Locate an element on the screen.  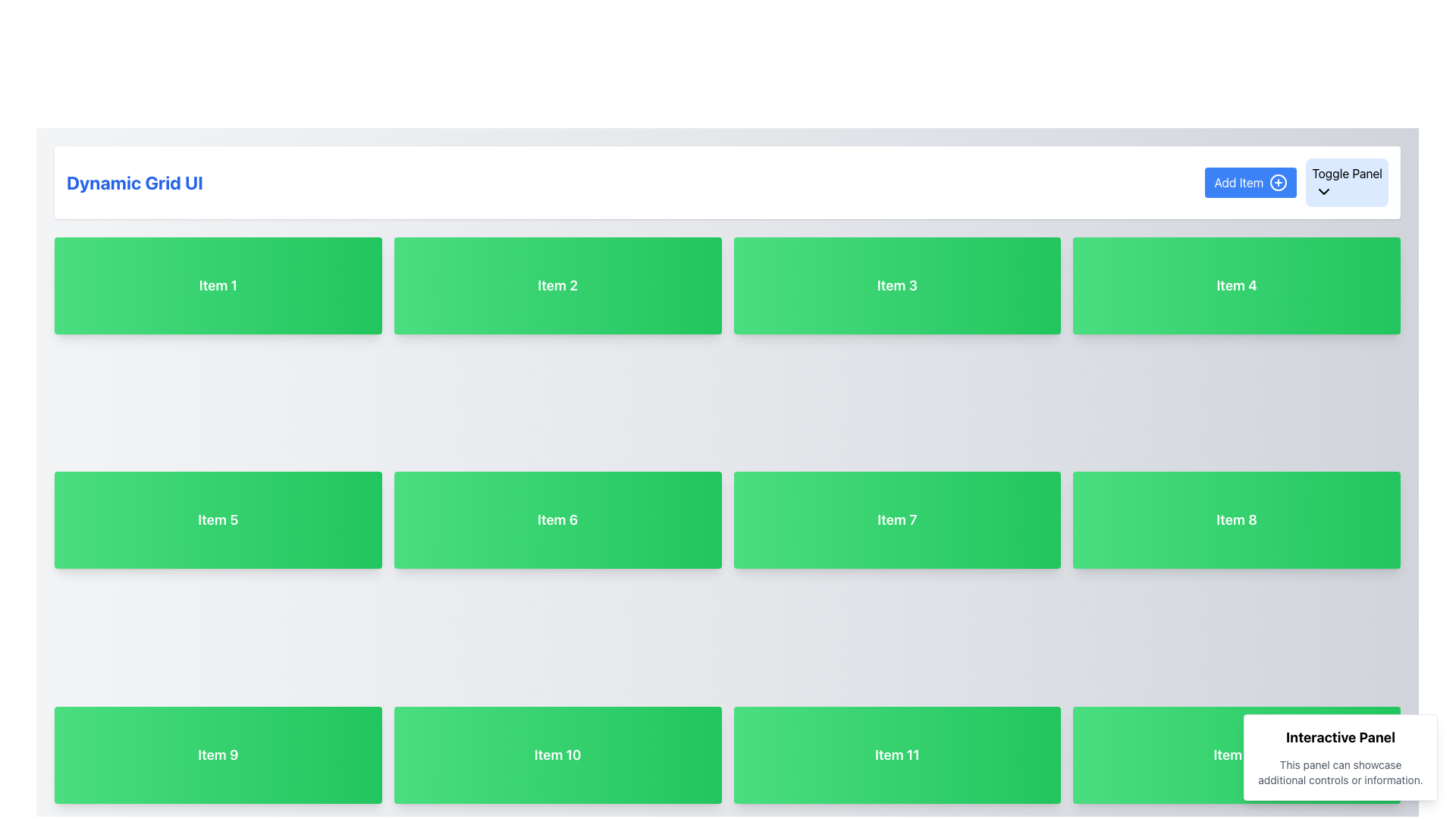
the Static Display Box labeled 'Item 7', which is a rectangular button-like component with rounded corners and a green gradient background, located in the second row and third column of a grid layout is located at coordinates (897, 519).